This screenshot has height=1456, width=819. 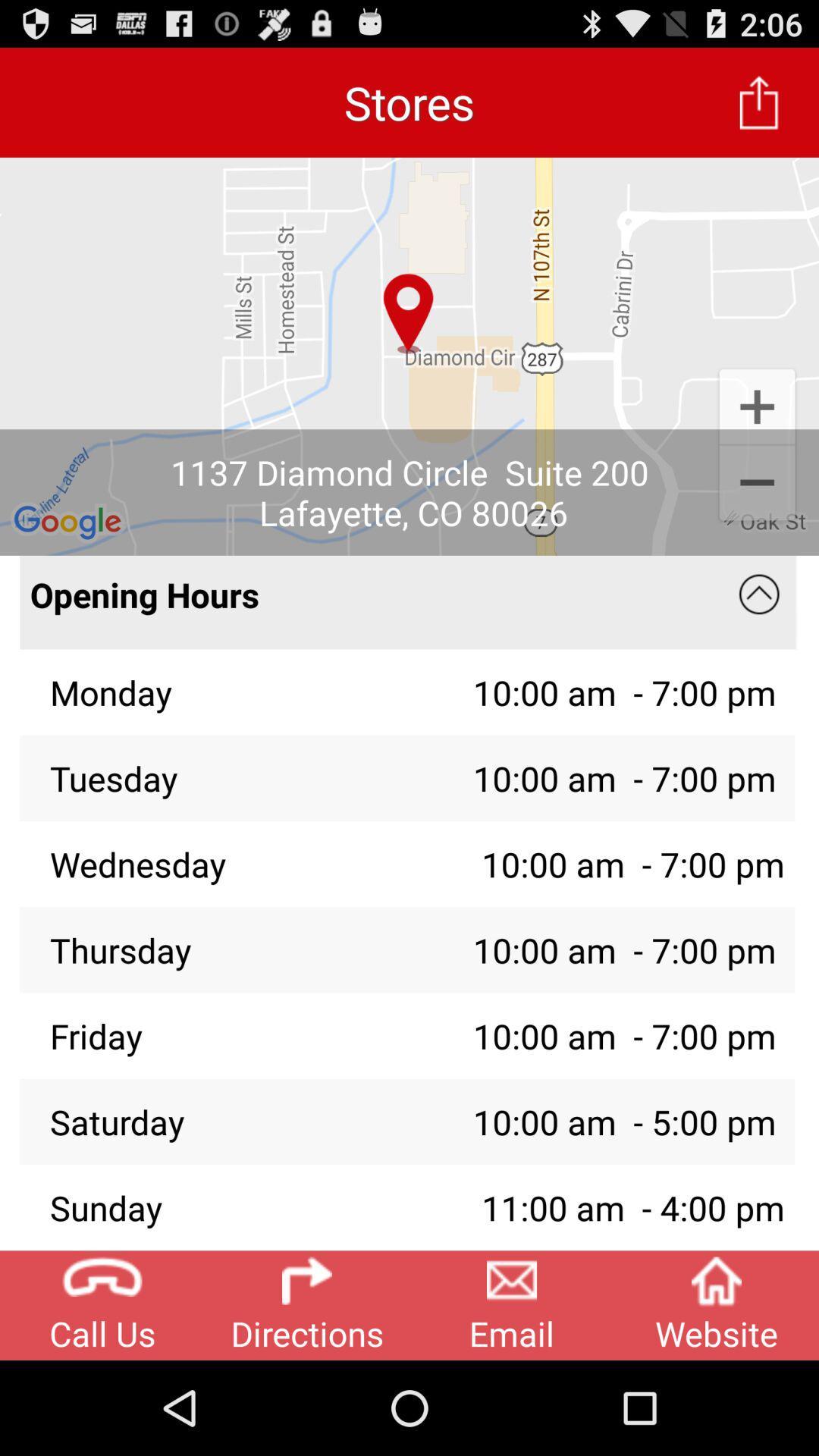 What do you see at coordinates (512, 1304) in the screenshot?
I see `the item below sunday  item` at bounding box center [512, 1304].